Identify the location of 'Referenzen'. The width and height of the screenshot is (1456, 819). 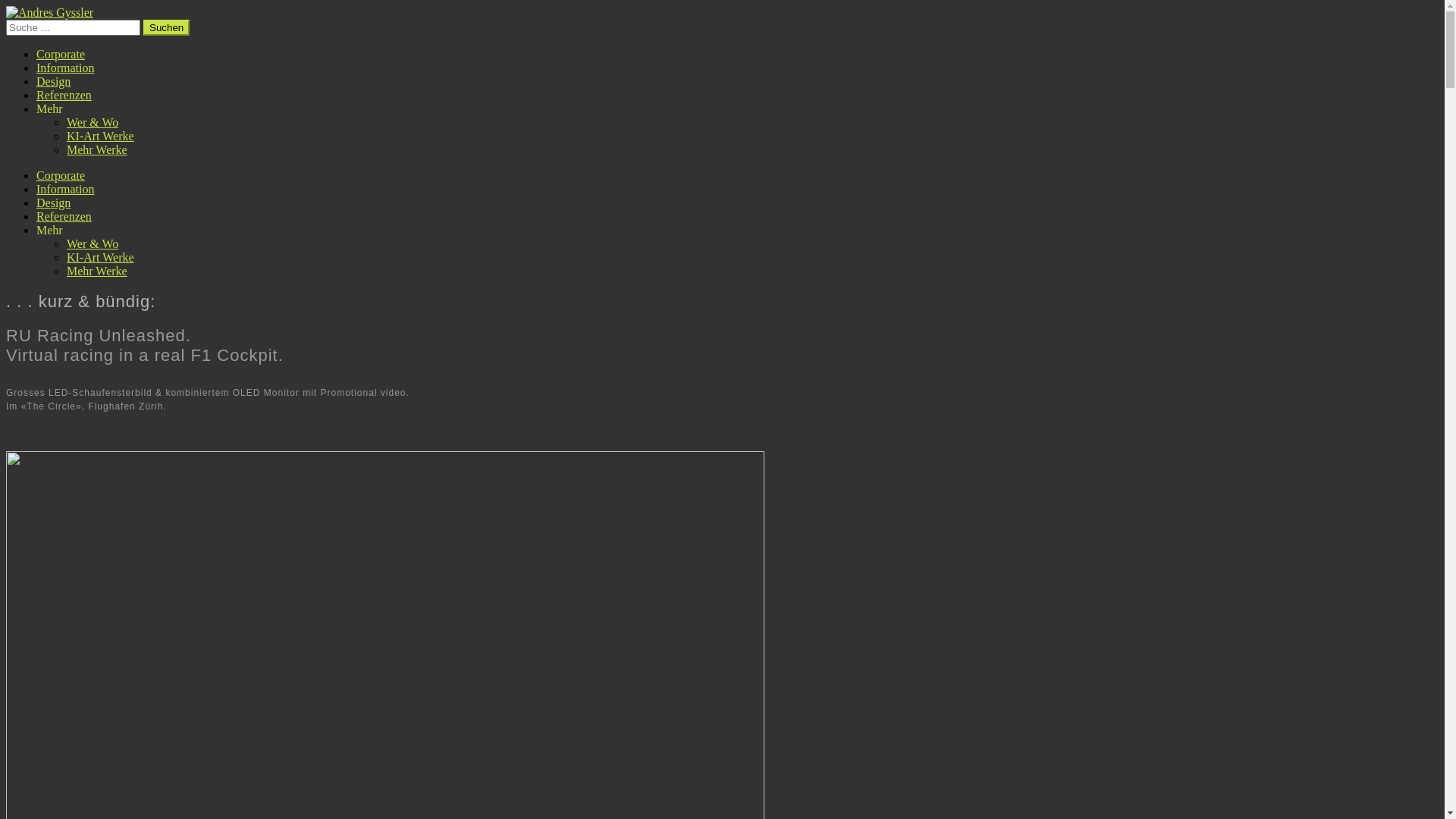
(63, 216).